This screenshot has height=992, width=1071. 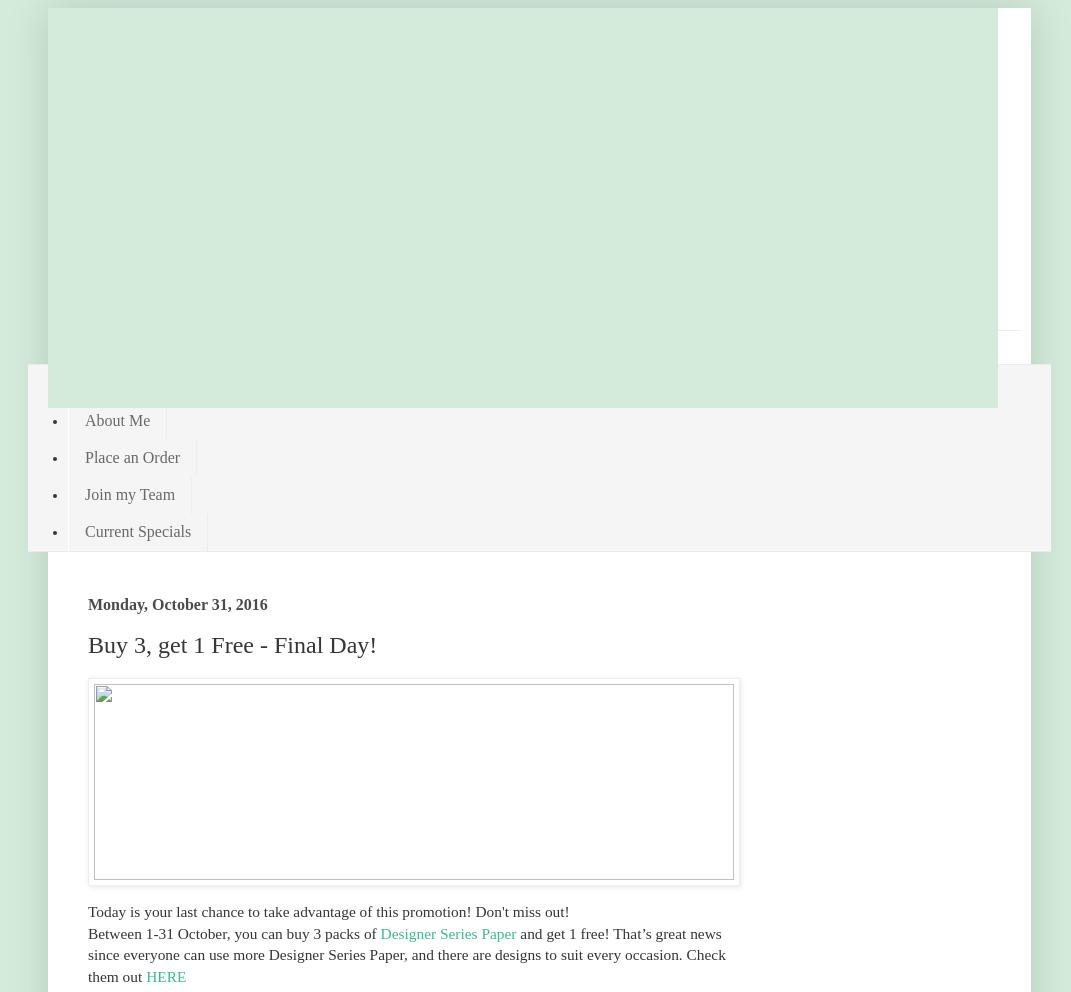 What do you see at coordinates (88, 910) in the screenshot?
I see `'Today is your last chance to take advantage of this promotion! Don't miss out!'` at bounding box center [88, 910].